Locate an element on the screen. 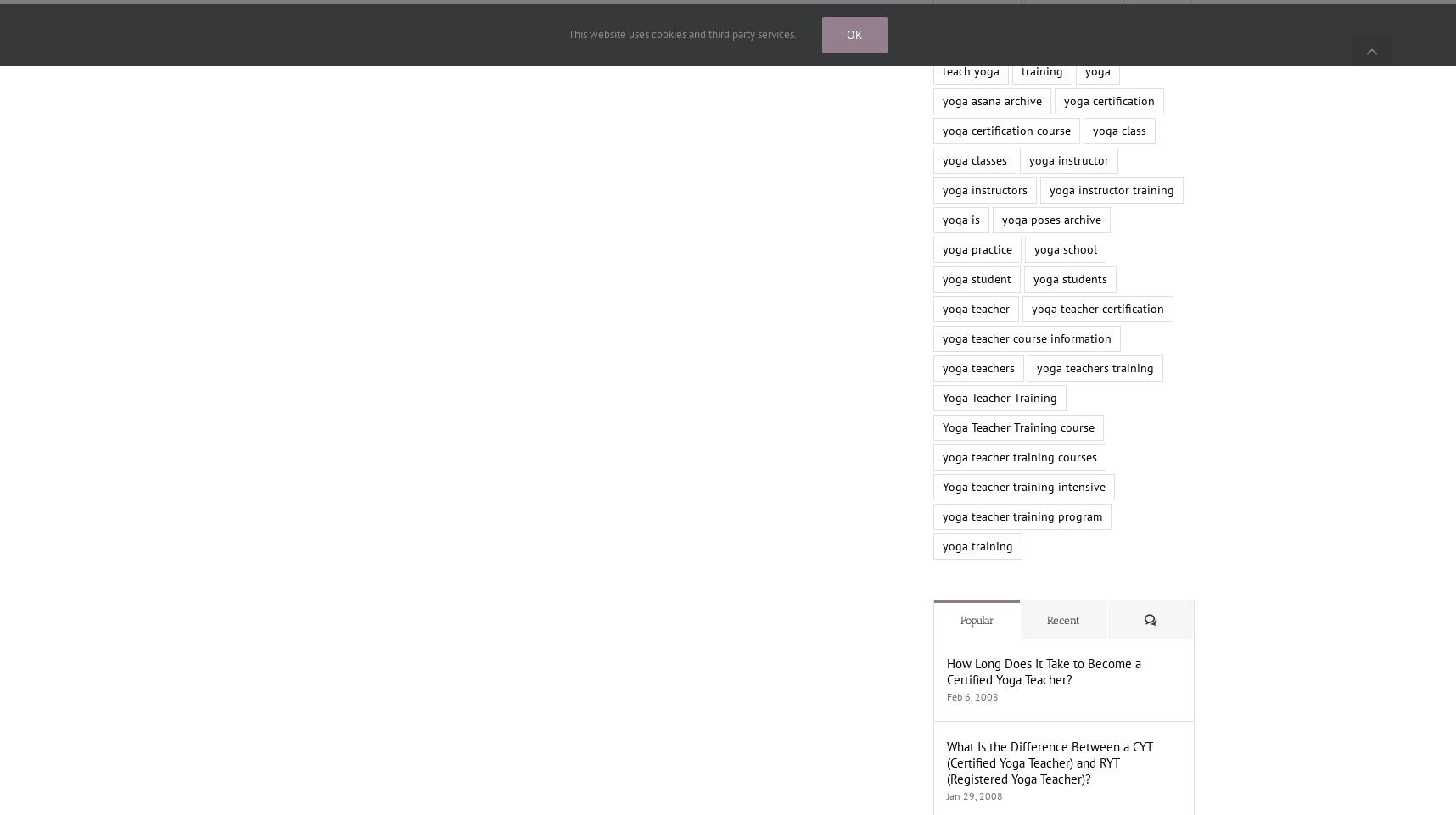 This screenshot has width=1456, height=815. 'teach yoga' is located at coordinates (970, 70).